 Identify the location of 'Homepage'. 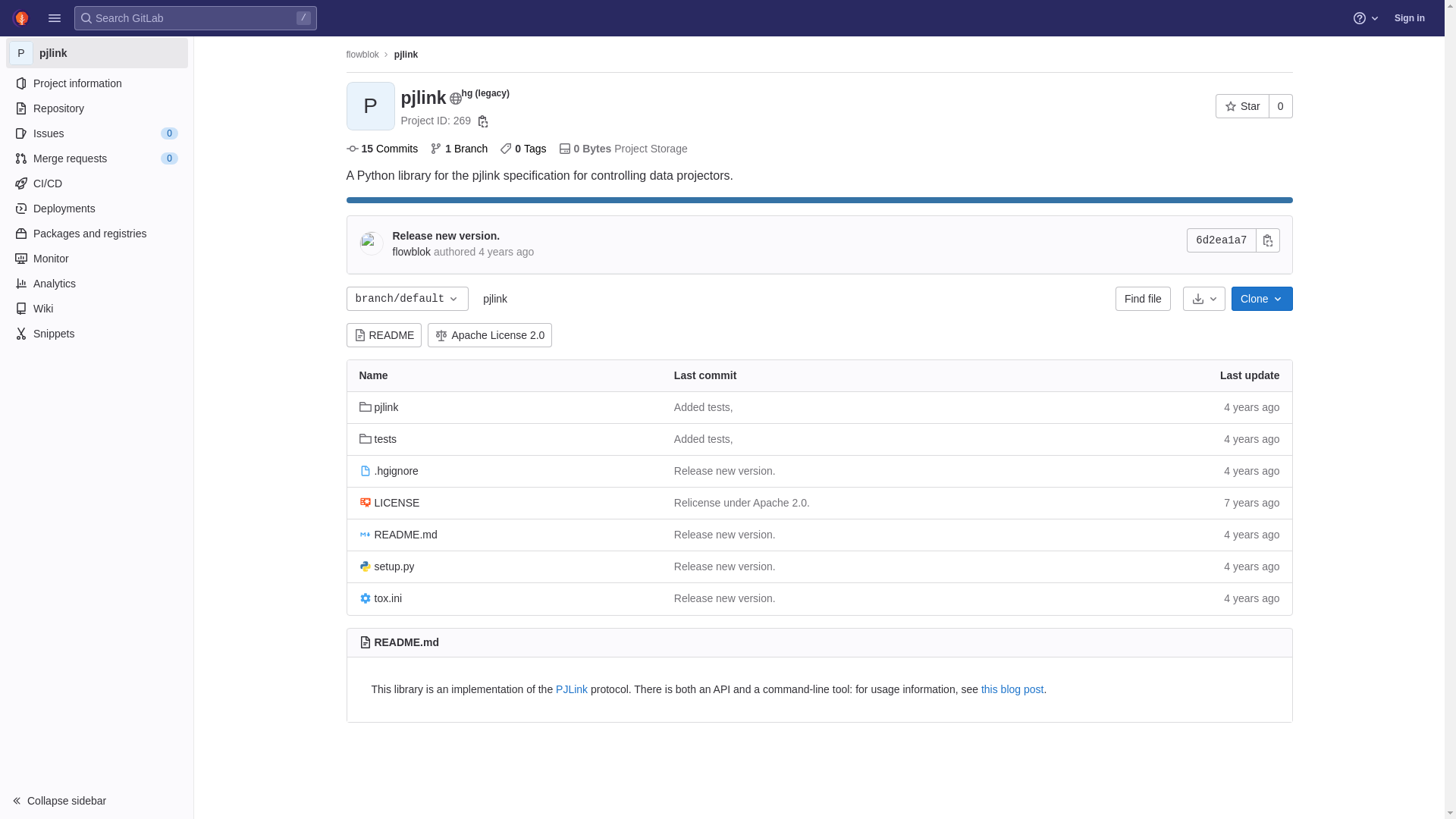
(21, 17).